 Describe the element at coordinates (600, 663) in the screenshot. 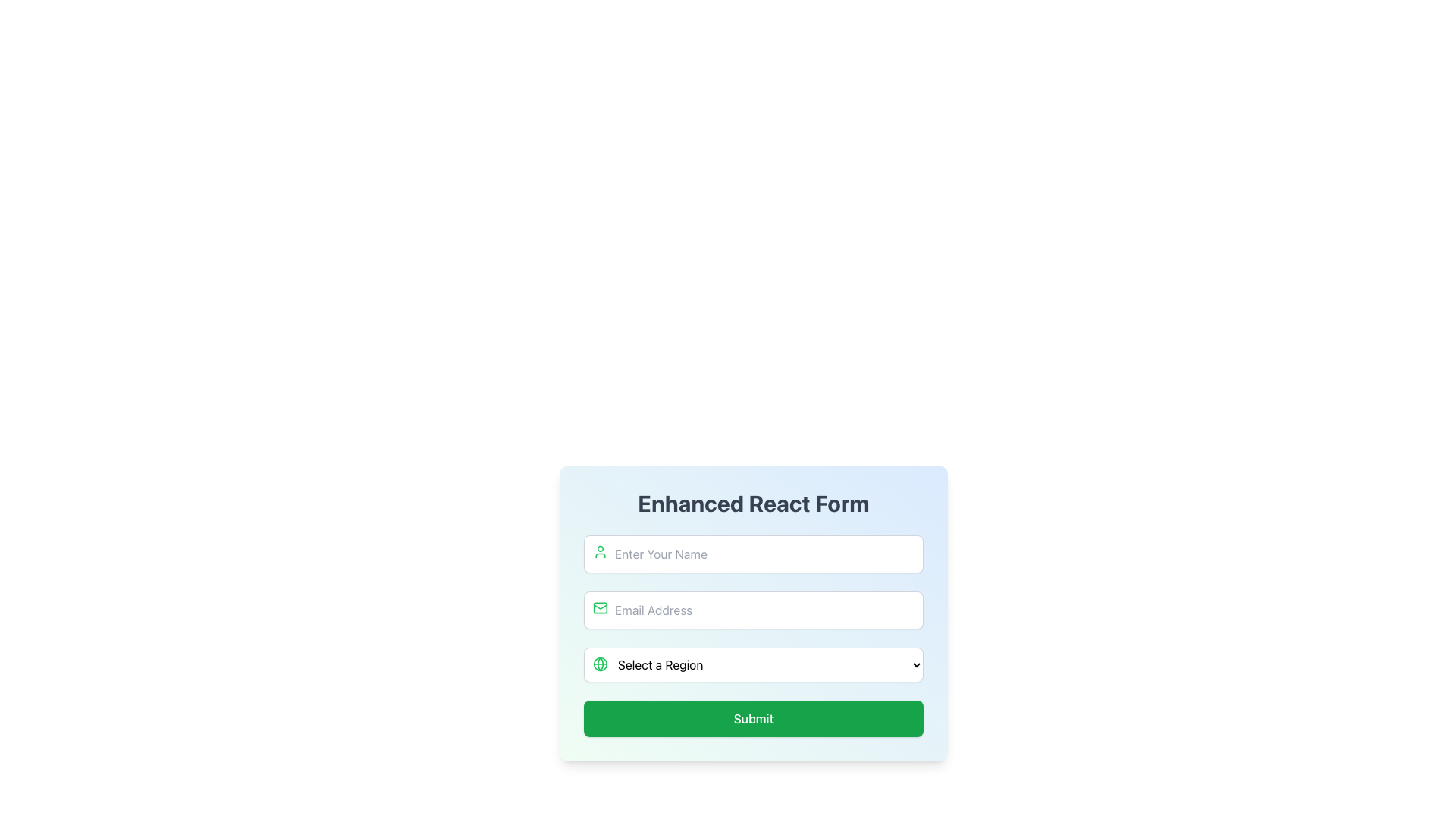

I see `the central circle of the globe icon, which visually represents the dropdown's regional selection functionality, located at the upper left corner of the 'Select a Region' dropdown field` at that location.